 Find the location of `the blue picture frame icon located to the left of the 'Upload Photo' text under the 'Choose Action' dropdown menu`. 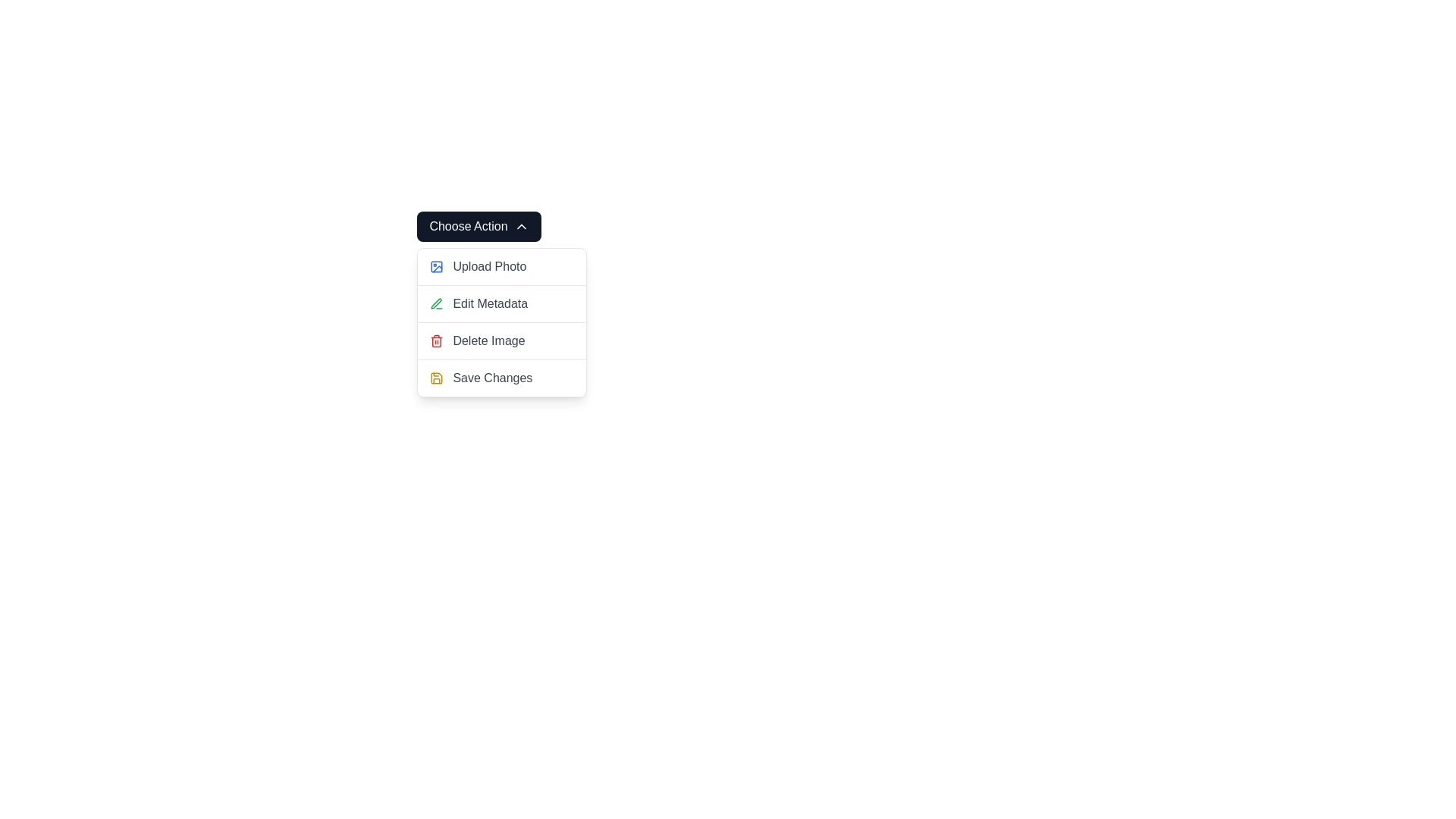

the blue picture frame icon located to the left of the 'Upload Photo' text under the 'Choose Action' dropdown menu is located at coordinates (436, 265).